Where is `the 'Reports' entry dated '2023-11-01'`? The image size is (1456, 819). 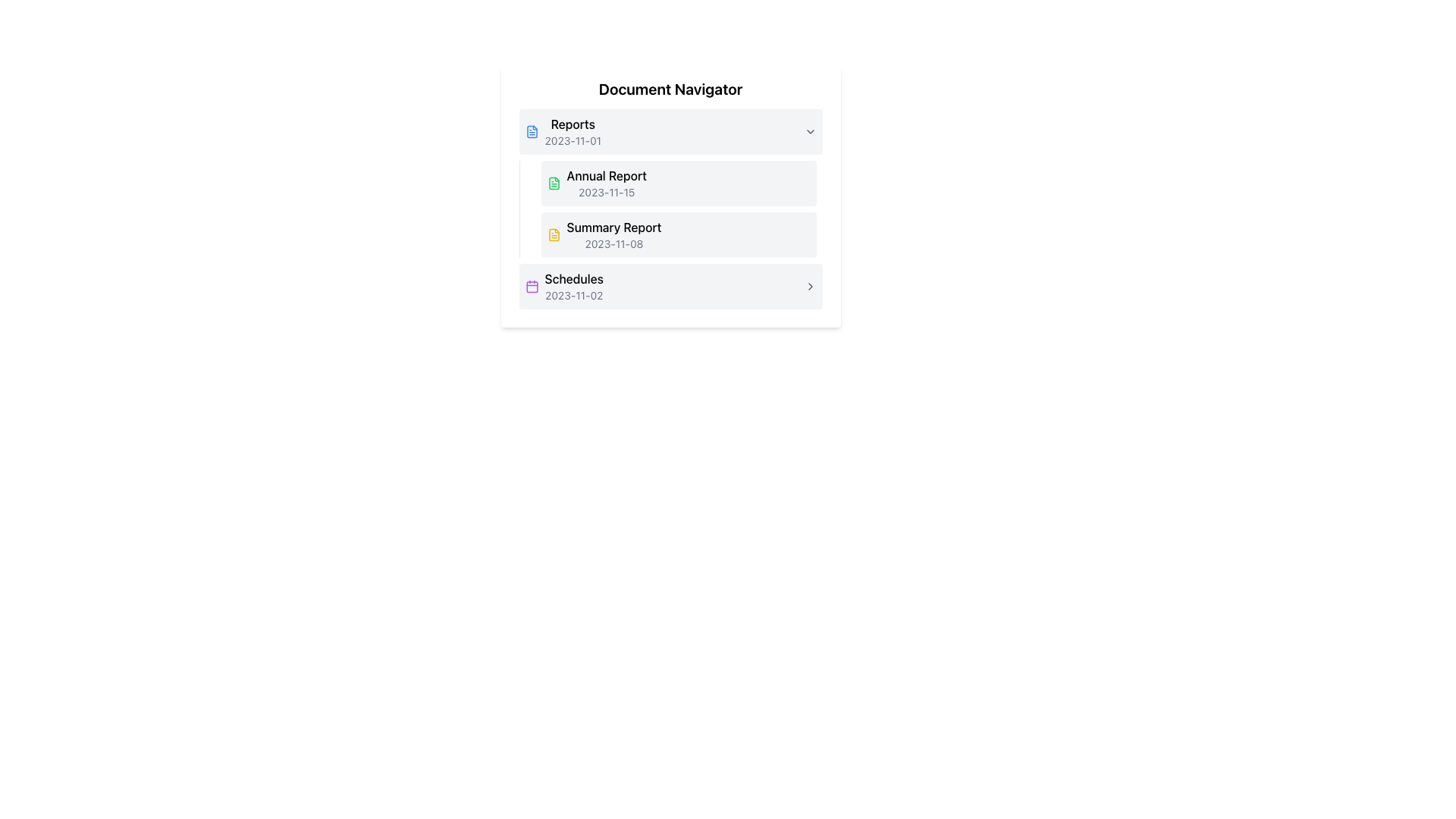 the 'Reports' entry dated '2023-11-01' is located at coordinates (670, 130).